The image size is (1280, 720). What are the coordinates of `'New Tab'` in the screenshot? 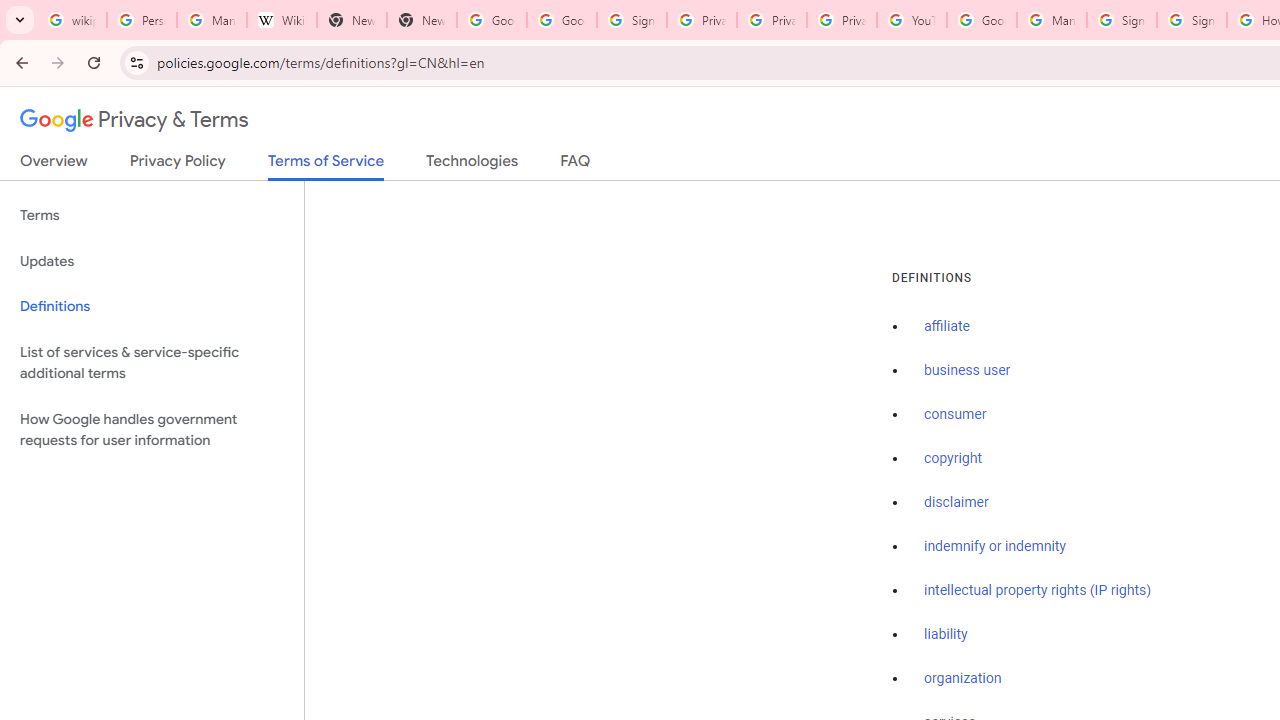 It's located at (420, 20).